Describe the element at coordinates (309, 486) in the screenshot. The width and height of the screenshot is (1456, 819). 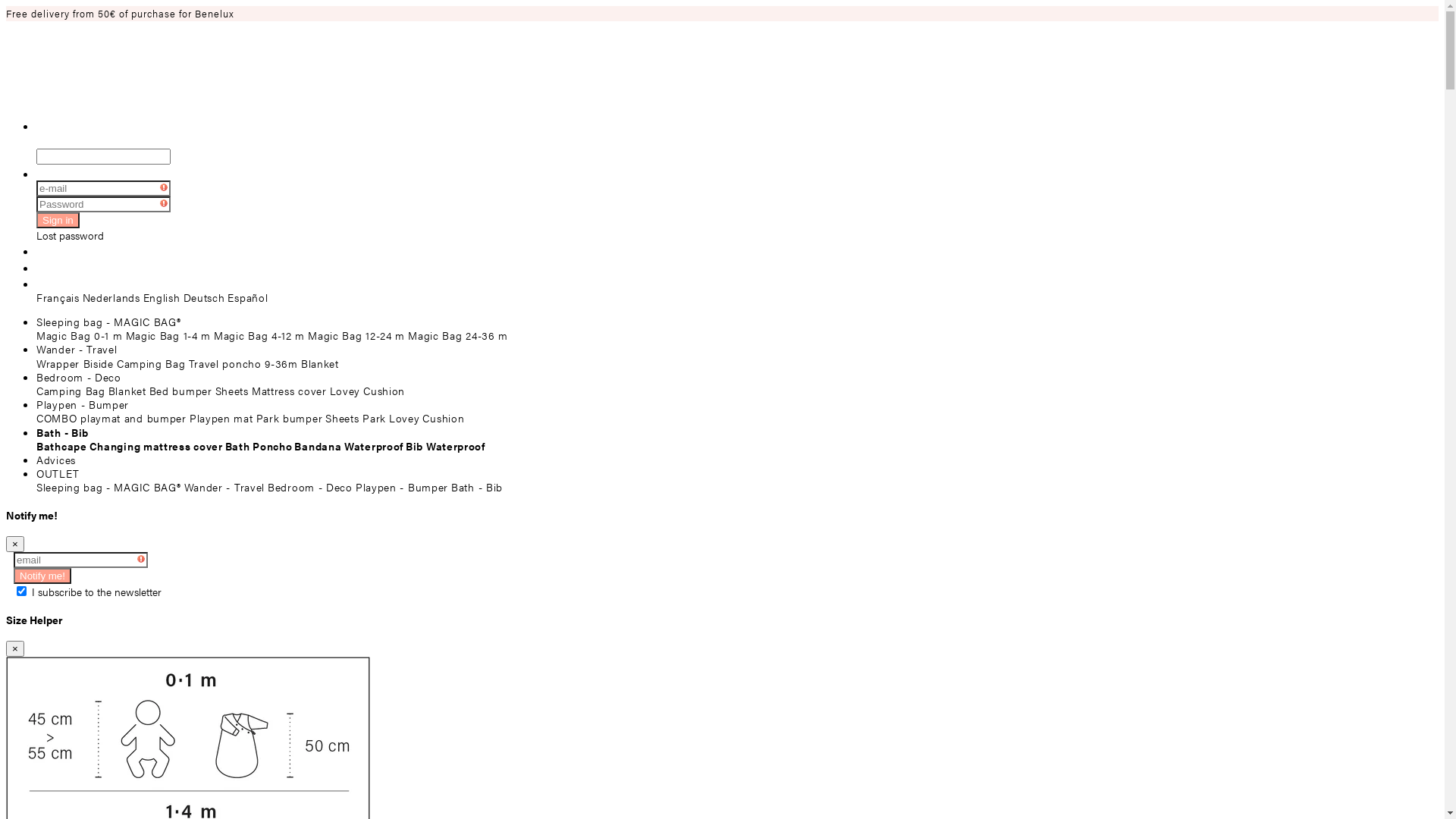
I see `'Bedroom - Deco'` at that location.